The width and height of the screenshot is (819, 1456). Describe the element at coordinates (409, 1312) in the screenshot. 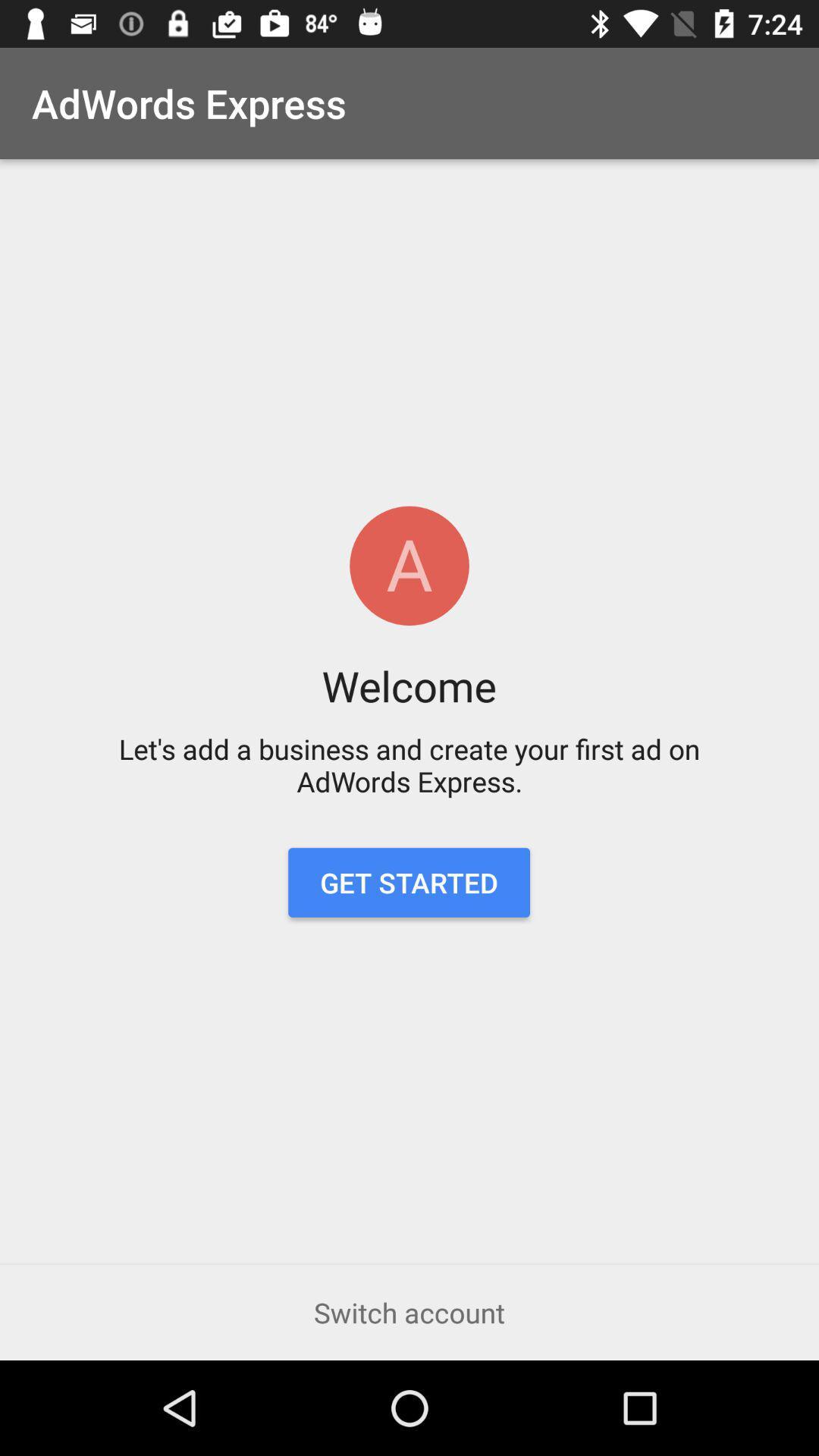

I see `the switch account icon` at that location.